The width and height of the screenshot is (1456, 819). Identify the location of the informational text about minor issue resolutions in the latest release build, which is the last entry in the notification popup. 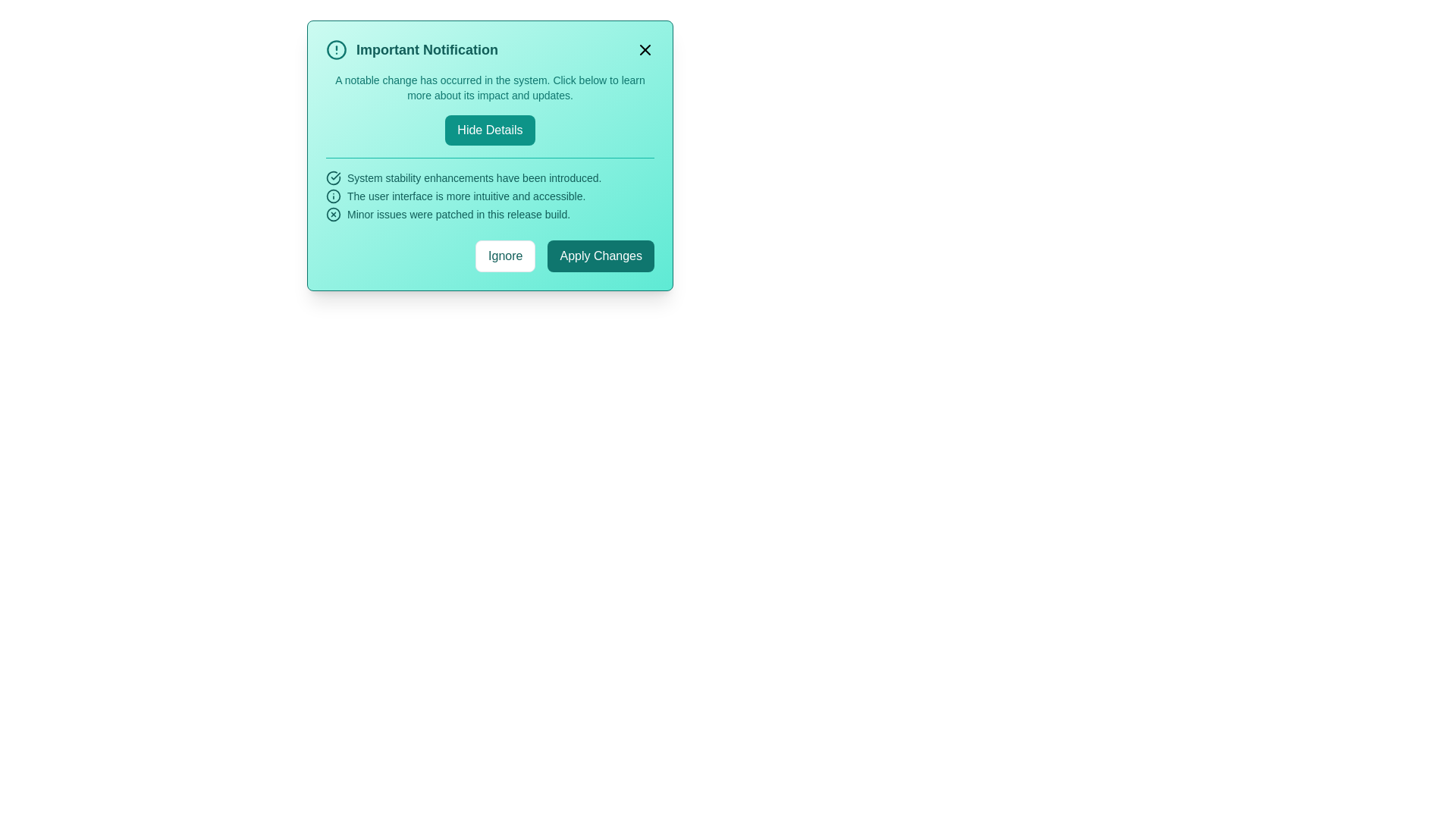
(490, 214).